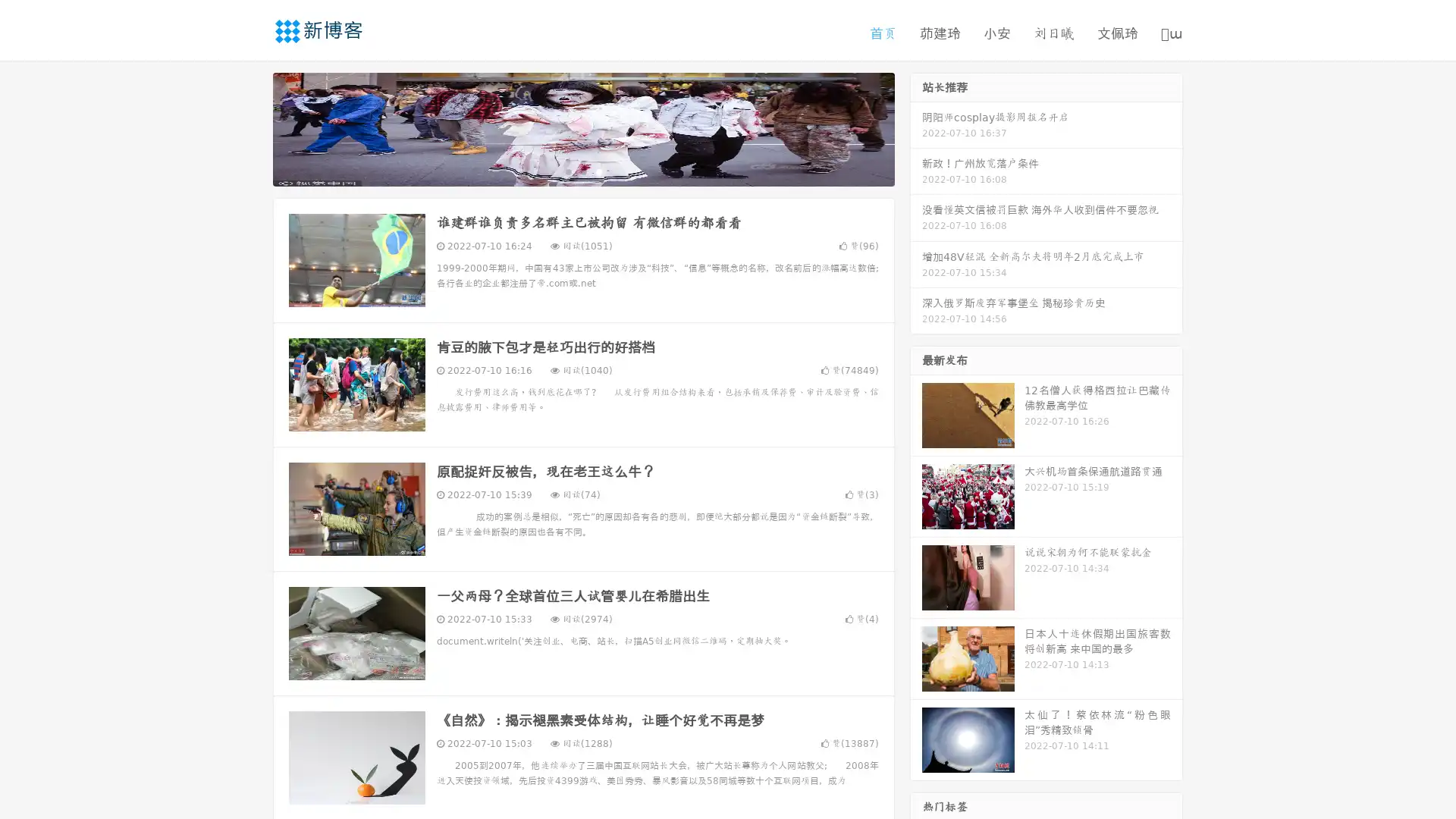 Image resolution: width=1456 pixels, height=819 pixels. I want to click on Go to slide 2, so click(582, 171).